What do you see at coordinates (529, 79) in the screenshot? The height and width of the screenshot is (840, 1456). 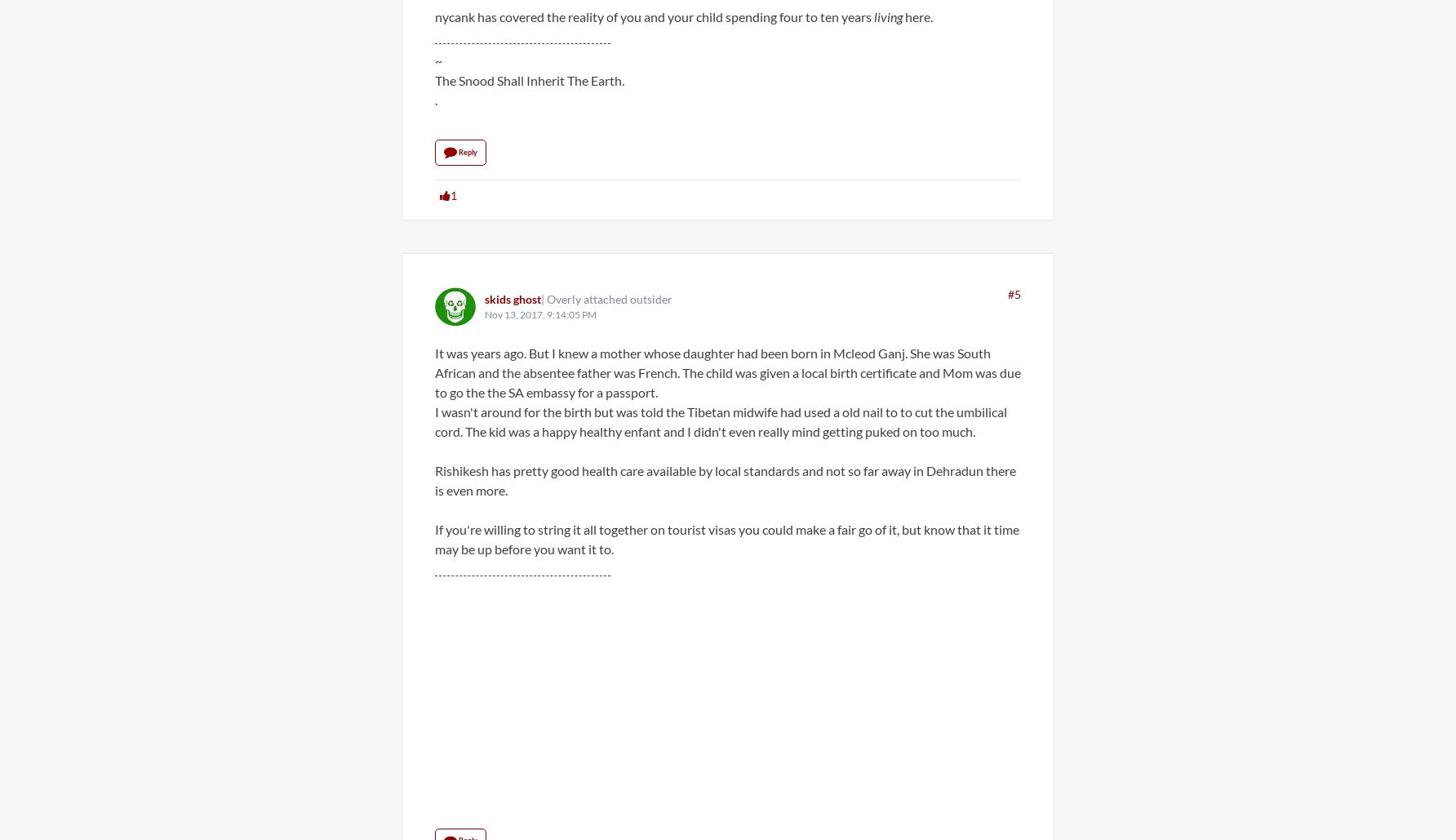 I see `'The Snood Shall Inherit The Earth.'` at bounding box center [529, 79].